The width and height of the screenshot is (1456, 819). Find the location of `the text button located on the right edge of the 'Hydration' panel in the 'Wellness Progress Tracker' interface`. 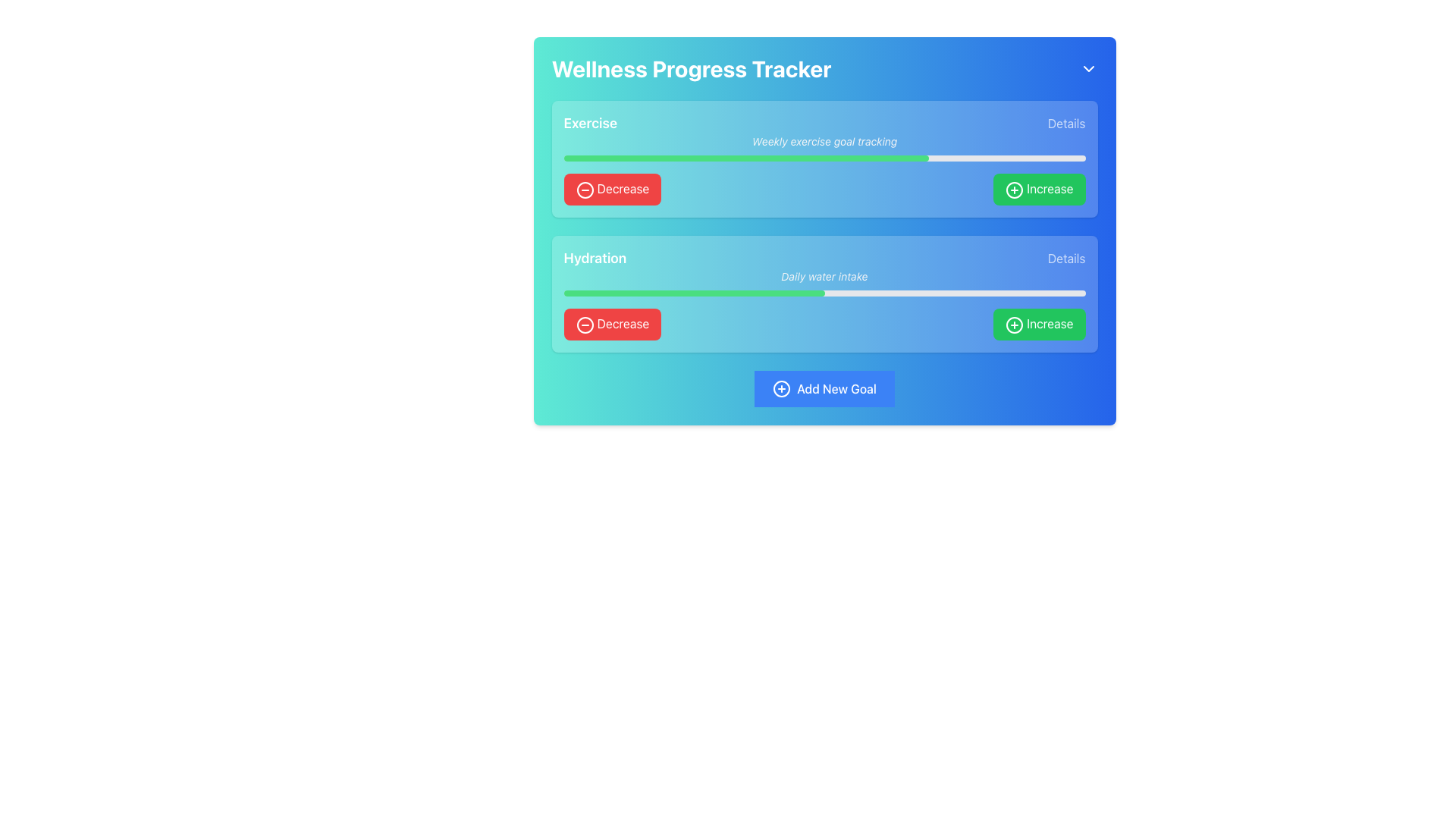

the text button located on the right edge of the 'Hydration' panel in the 'Wellness Progress Tracker' interface is located at coordinates (1065, 257).